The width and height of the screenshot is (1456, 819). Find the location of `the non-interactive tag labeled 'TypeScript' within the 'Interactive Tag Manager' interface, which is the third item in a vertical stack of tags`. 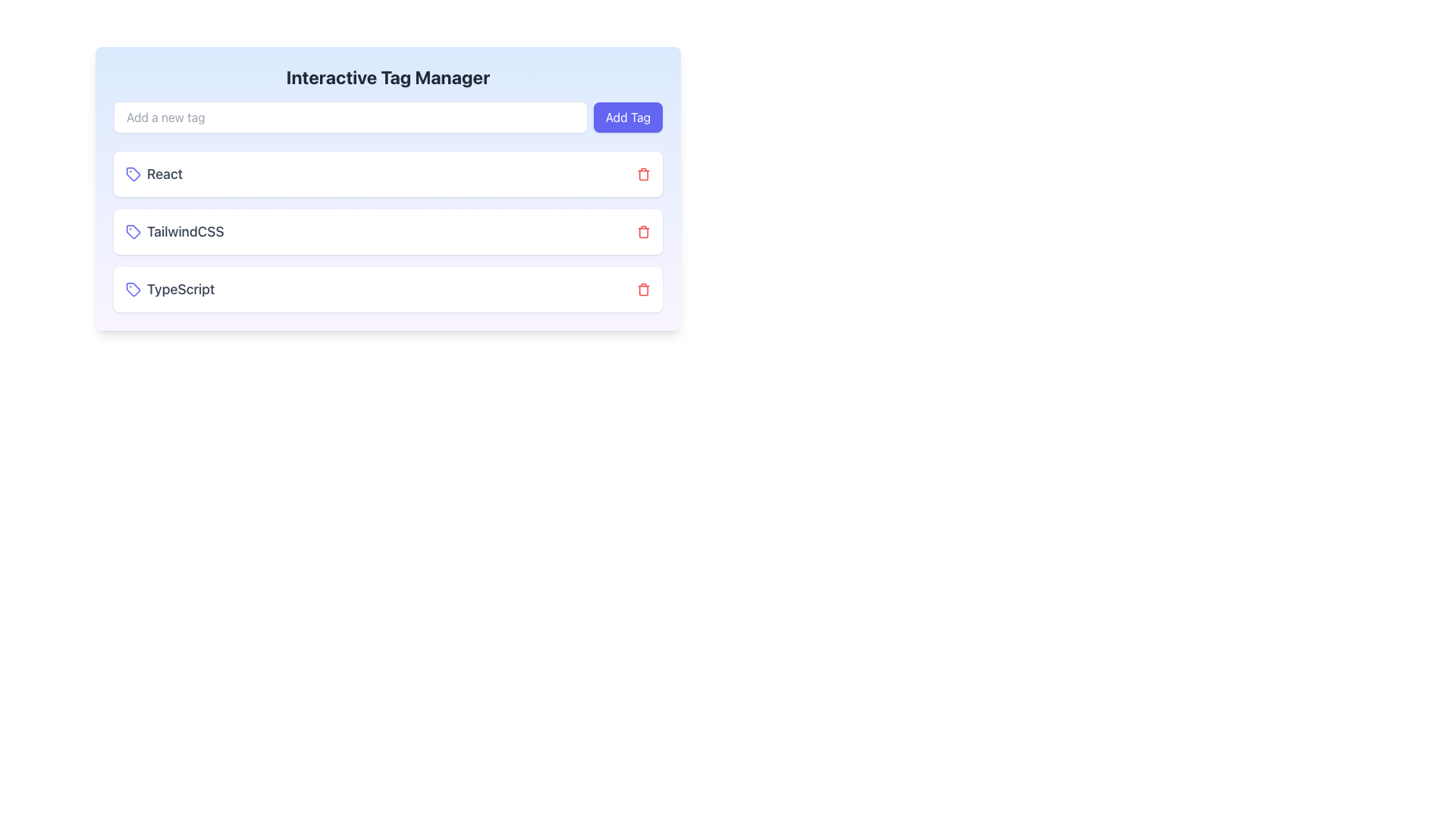

the non-interactive tag labeled 'TypeScript' within the 'Interactive Tag Manager' interface, which is the third item in a vertical stack of tags is located at coordinates (388, 289).